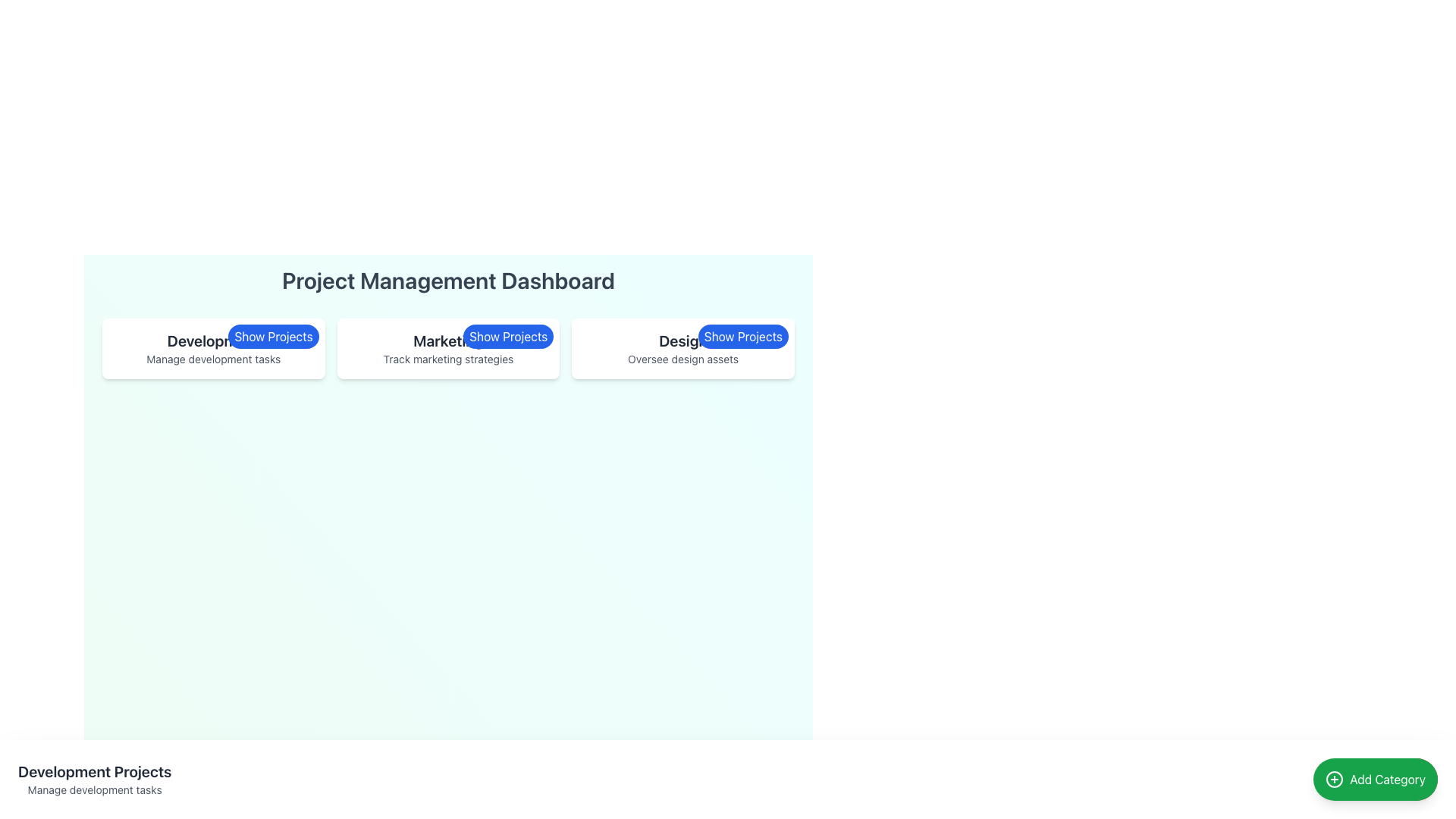  What do you see at coordinates (212, 359) in the screenshot?
I see `the text label that displays 'Manage development tasks', which is located under the 'Development' header in the white card` at bounding box center [212, 359].